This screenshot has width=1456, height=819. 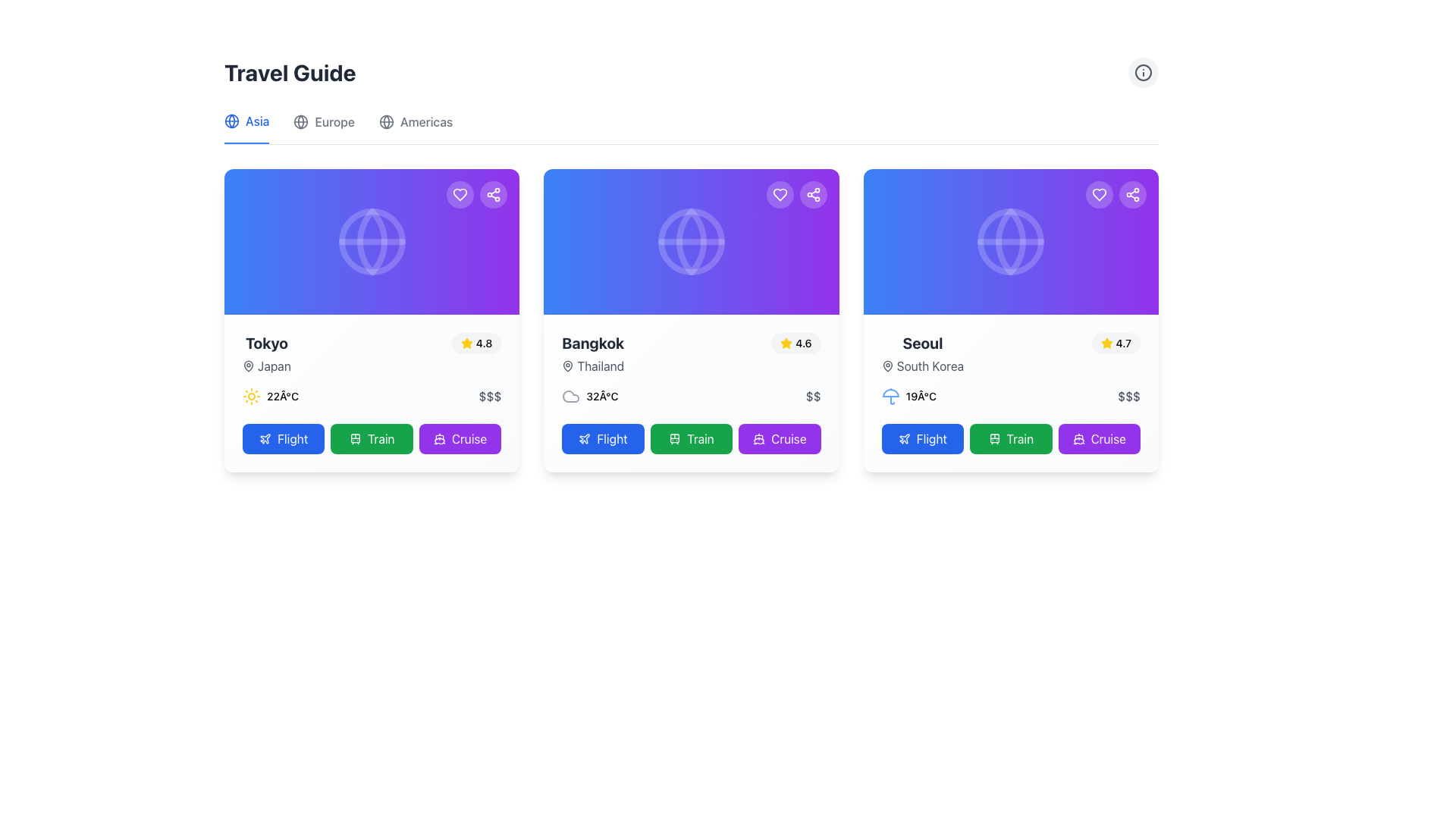 What do you see at coordinates (354, 438) in the screenshot?
I see `the tram front SVG icon located at the start of the green button labeled 'Train' in the bottom button row of the 'Tokyo' card` at bounding box center [354, 438].